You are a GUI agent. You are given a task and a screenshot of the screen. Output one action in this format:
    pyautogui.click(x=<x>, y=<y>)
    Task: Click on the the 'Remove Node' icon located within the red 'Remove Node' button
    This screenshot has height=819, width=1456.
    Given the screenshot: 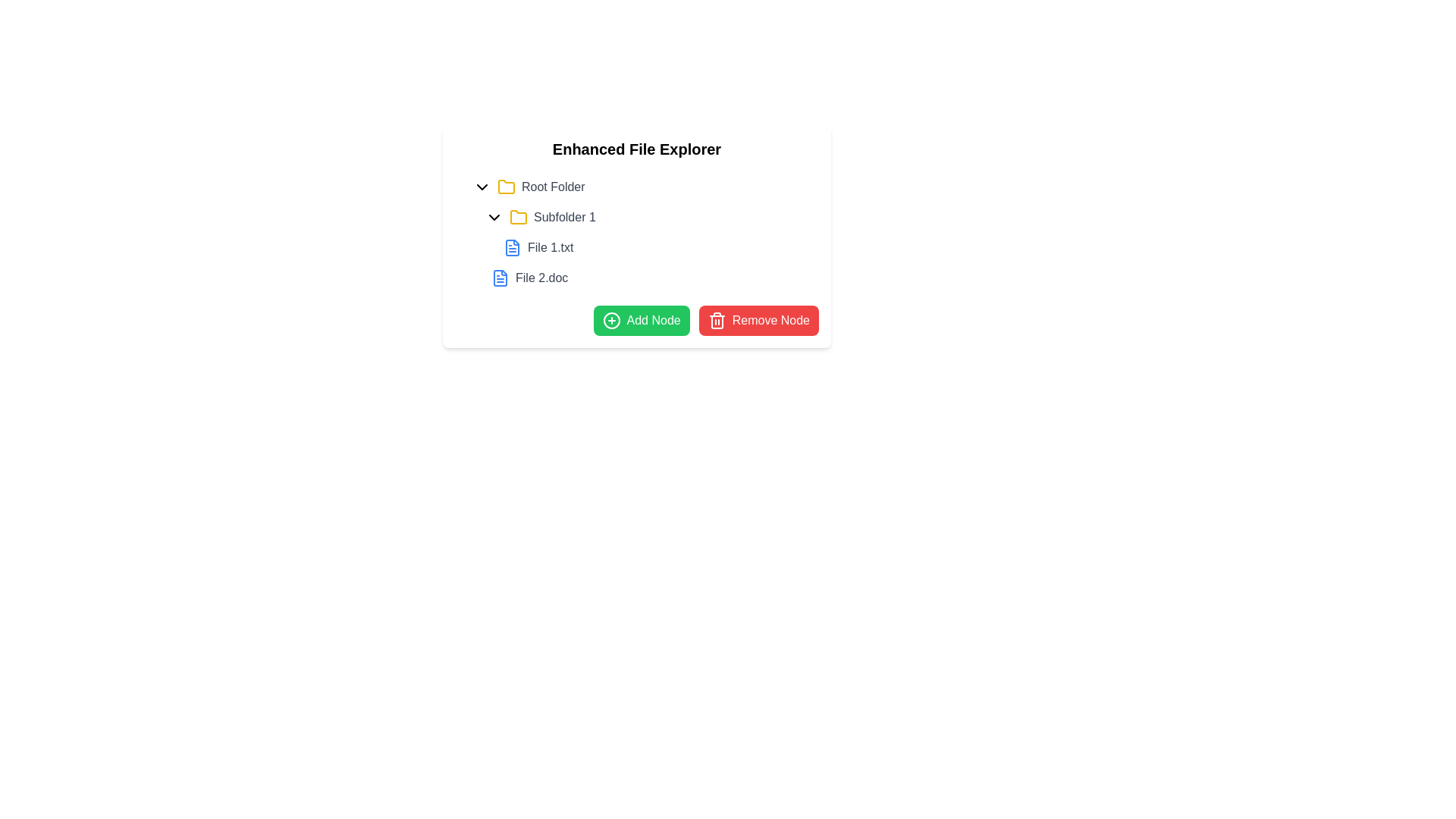 What is the action you would take?
    pyautogui.click(x=716, y=320)
    